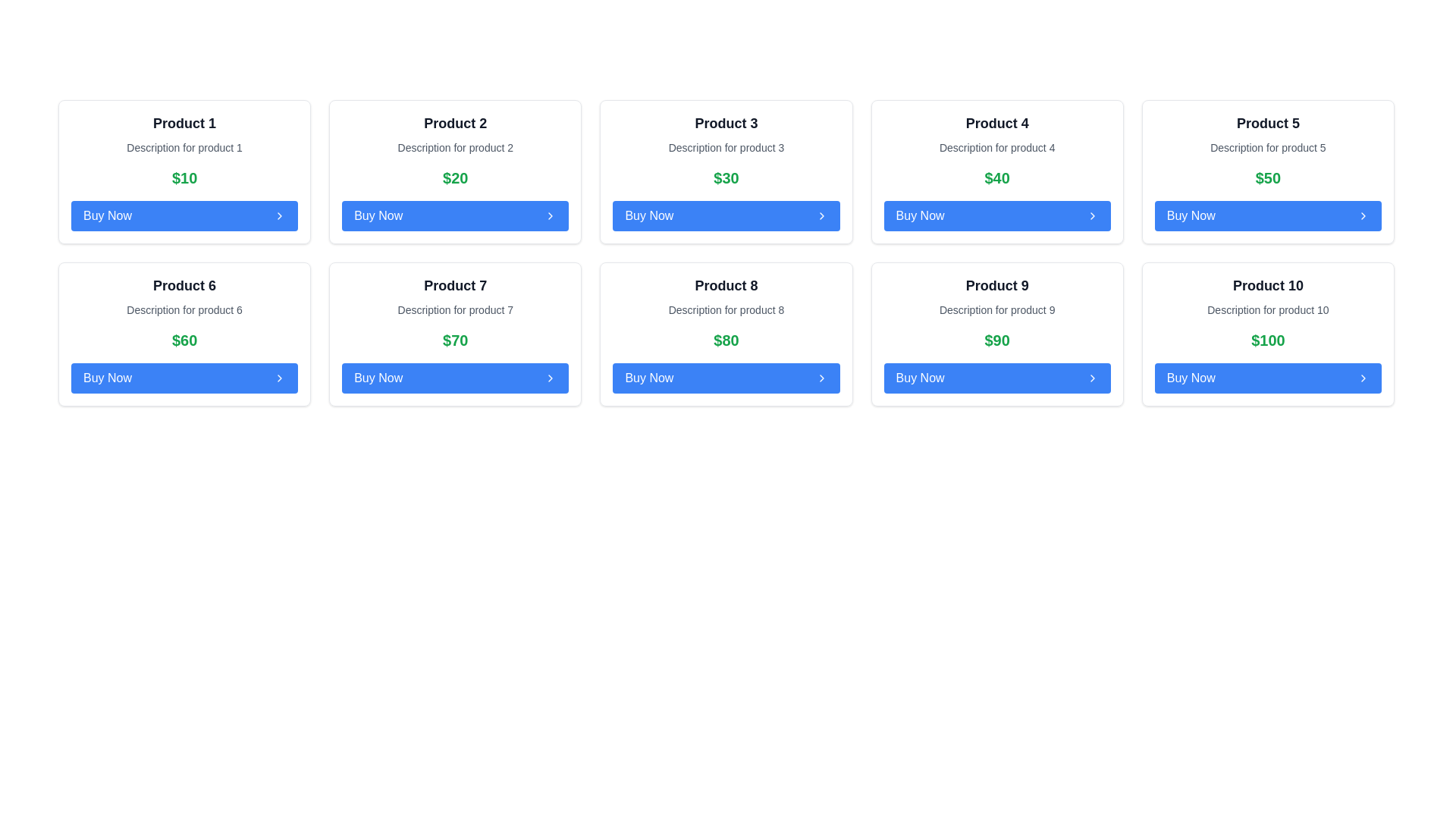  I want to click on the chevron icon embedded within the 'Buy Now' button, so click(550, 216).